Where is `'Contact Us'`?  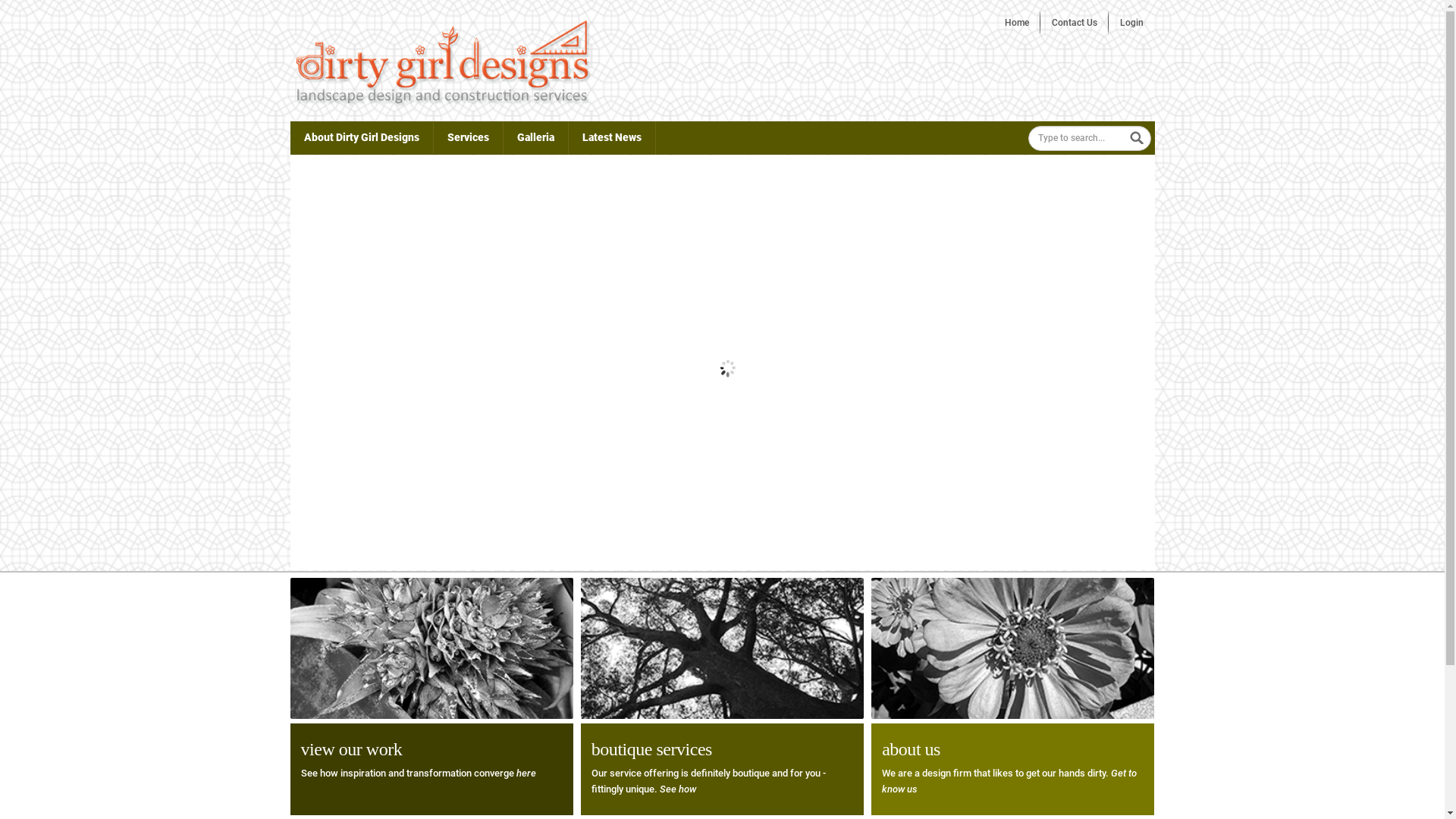
'Contact Us' is located at coordinates (1073, 23).